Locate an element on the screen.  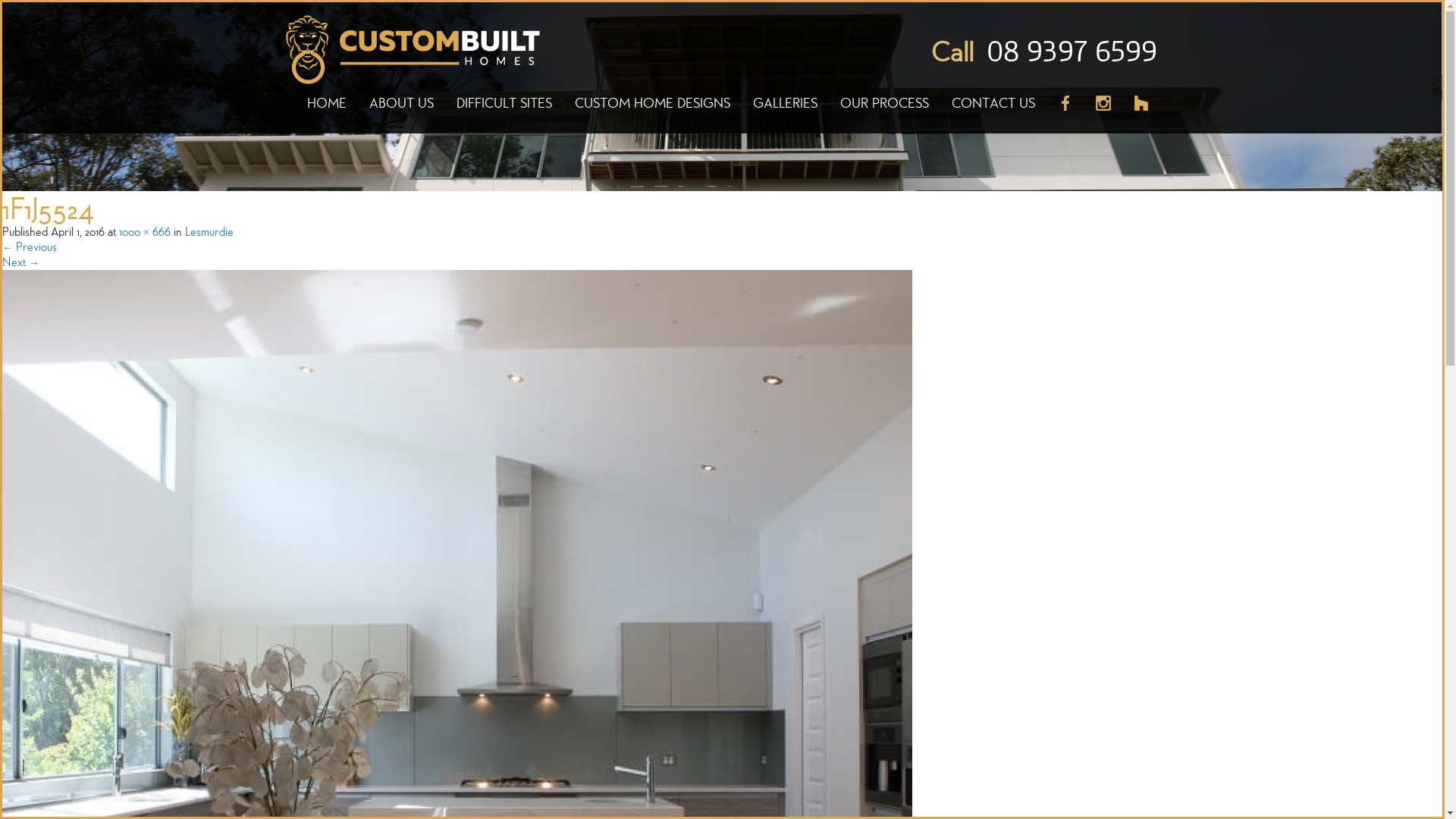
'HOME' is located at coordinates (295, 111).